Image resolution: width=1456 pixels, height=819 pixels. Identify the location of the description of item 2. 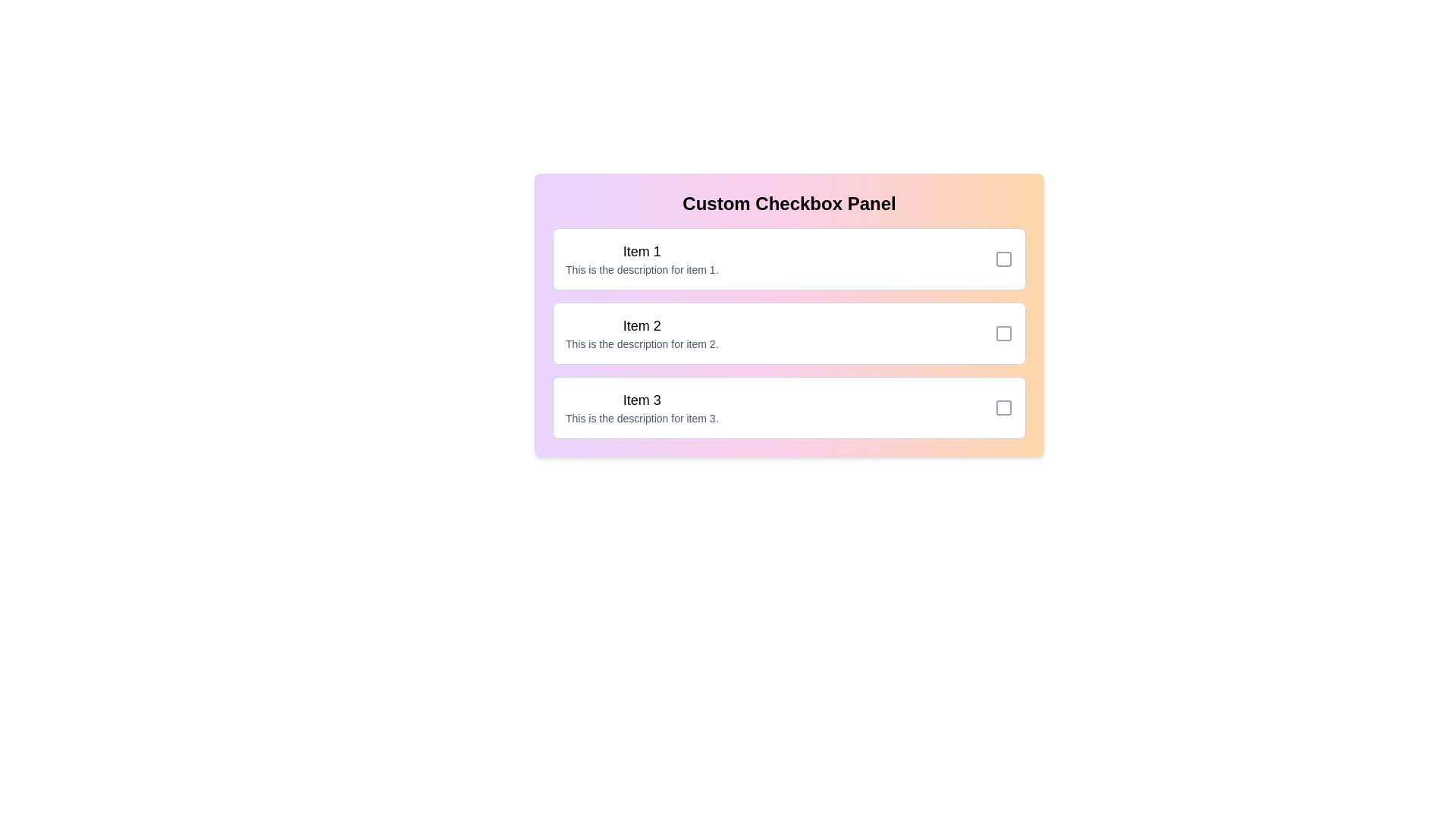
(642, 344).